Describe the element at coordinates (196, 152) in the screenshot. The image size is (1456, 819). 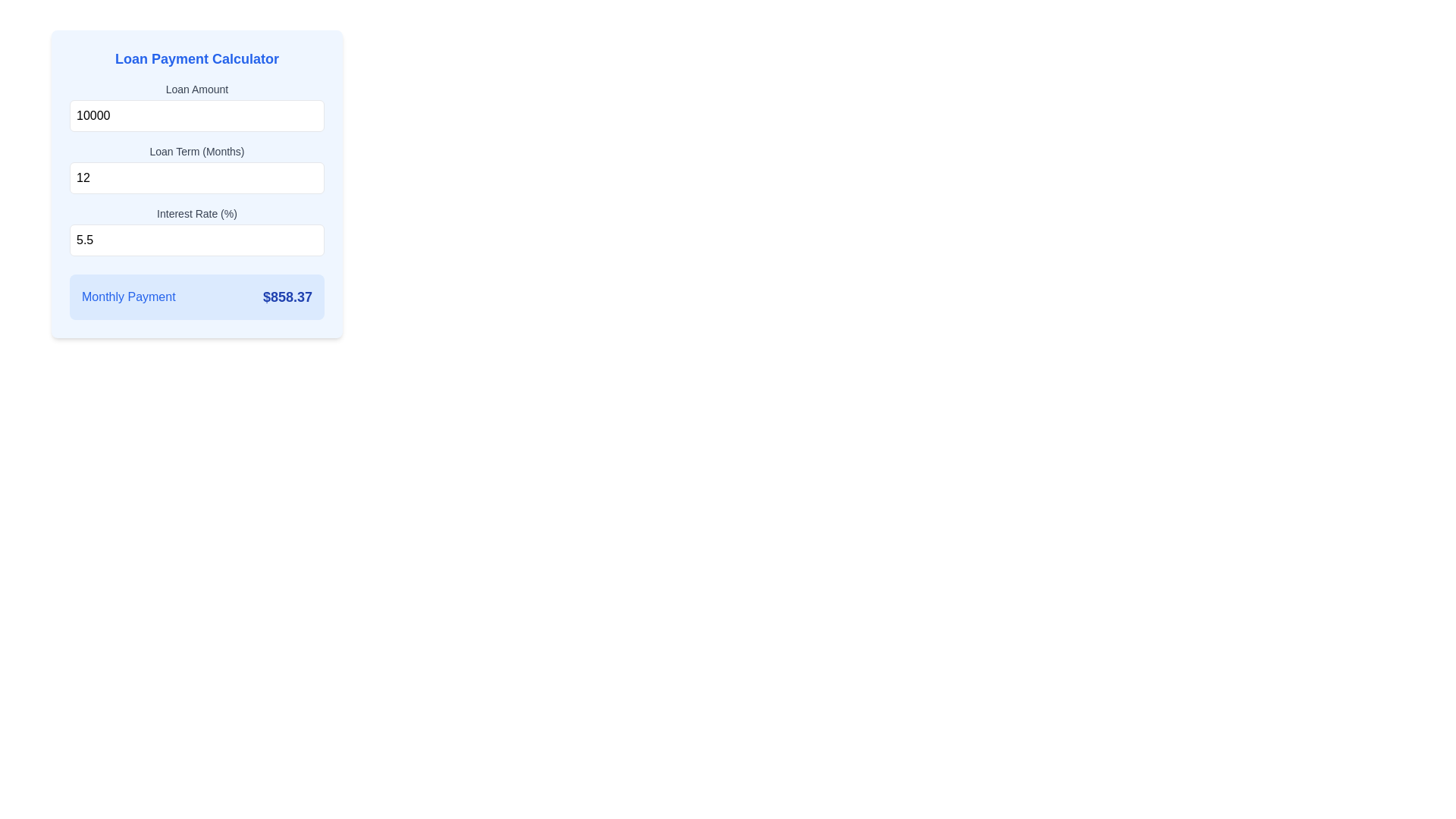
I see `the label that indicates the loan term in months, which is positioned above the input field containing the value '12'` at that location.